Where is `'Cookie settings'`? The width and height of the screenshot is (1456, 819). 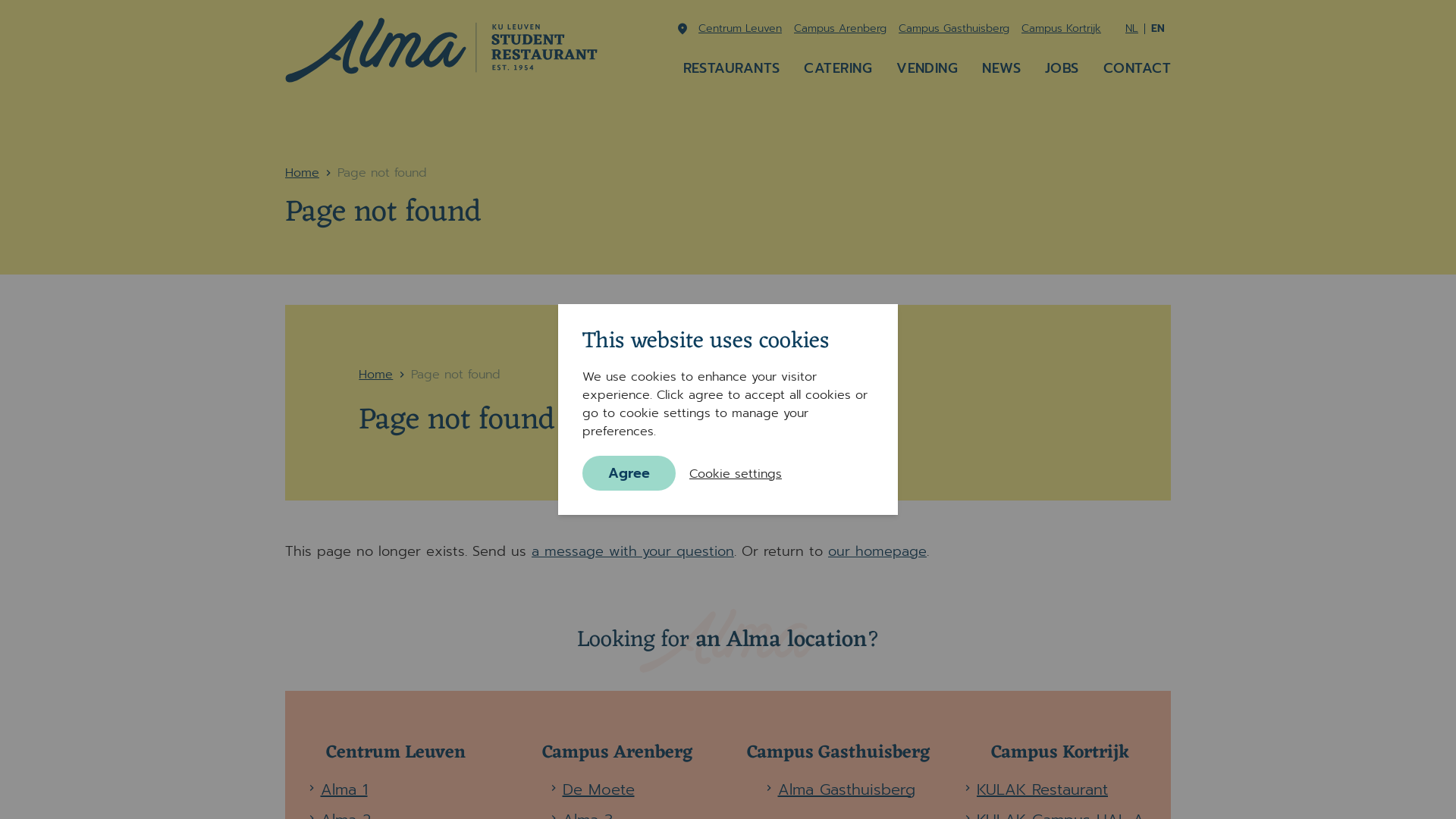 'Cookie settings' is located at coordinates (735, 472).